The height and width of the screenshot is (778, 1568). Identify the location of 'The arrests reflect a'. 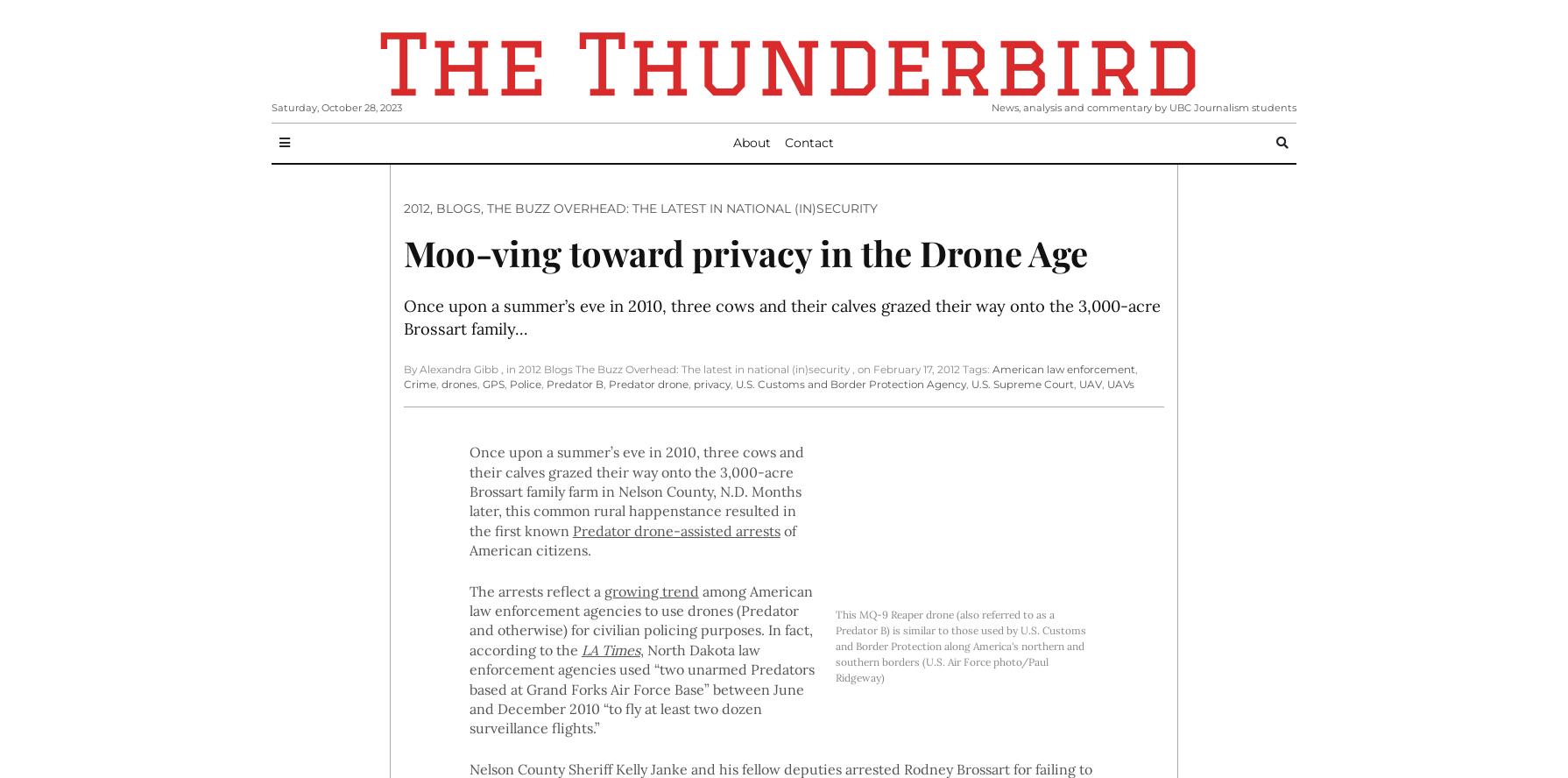
(535, 590).